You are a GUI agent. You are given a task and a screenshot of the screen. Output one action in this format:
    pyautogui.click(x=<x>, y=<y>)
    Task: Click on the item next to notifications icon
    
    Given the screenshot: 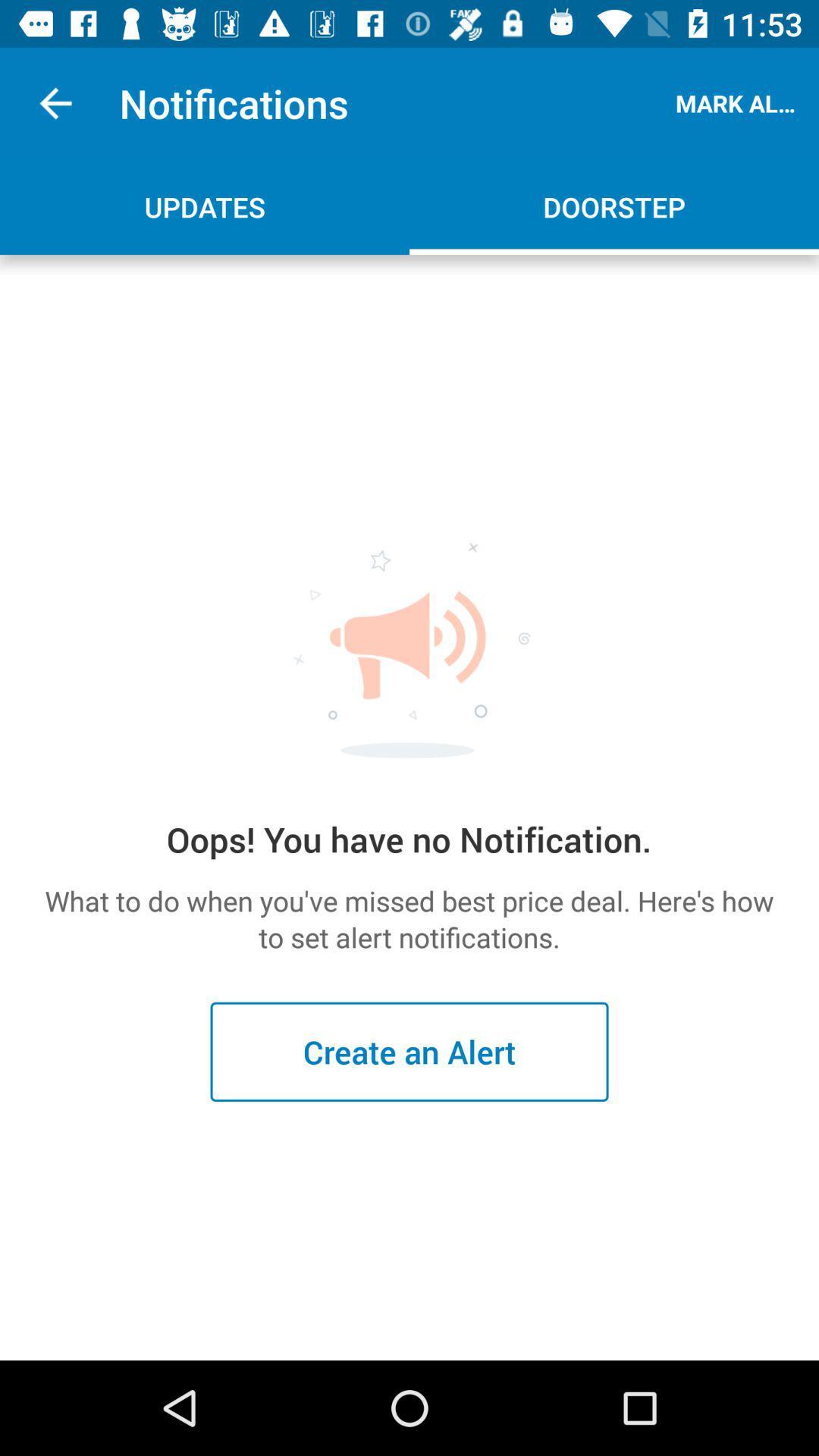 What is the action you would take?
    pyautogui.click(x=55, y=102)
    